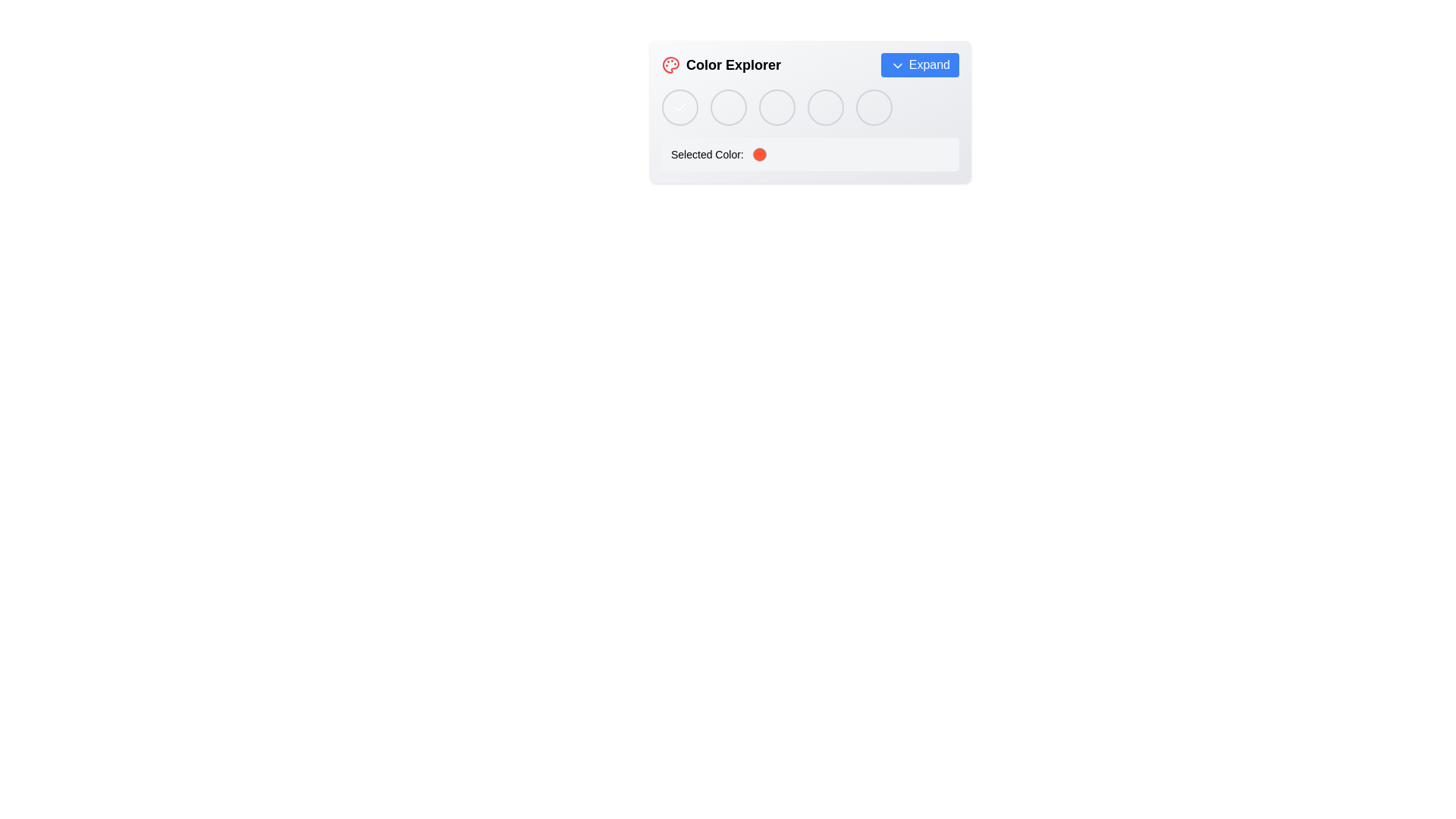  I want to click on the first circular button located at the far-left of the horizontally aligned set of buttons under the 'Color Explorer' section, so click(679, 107).